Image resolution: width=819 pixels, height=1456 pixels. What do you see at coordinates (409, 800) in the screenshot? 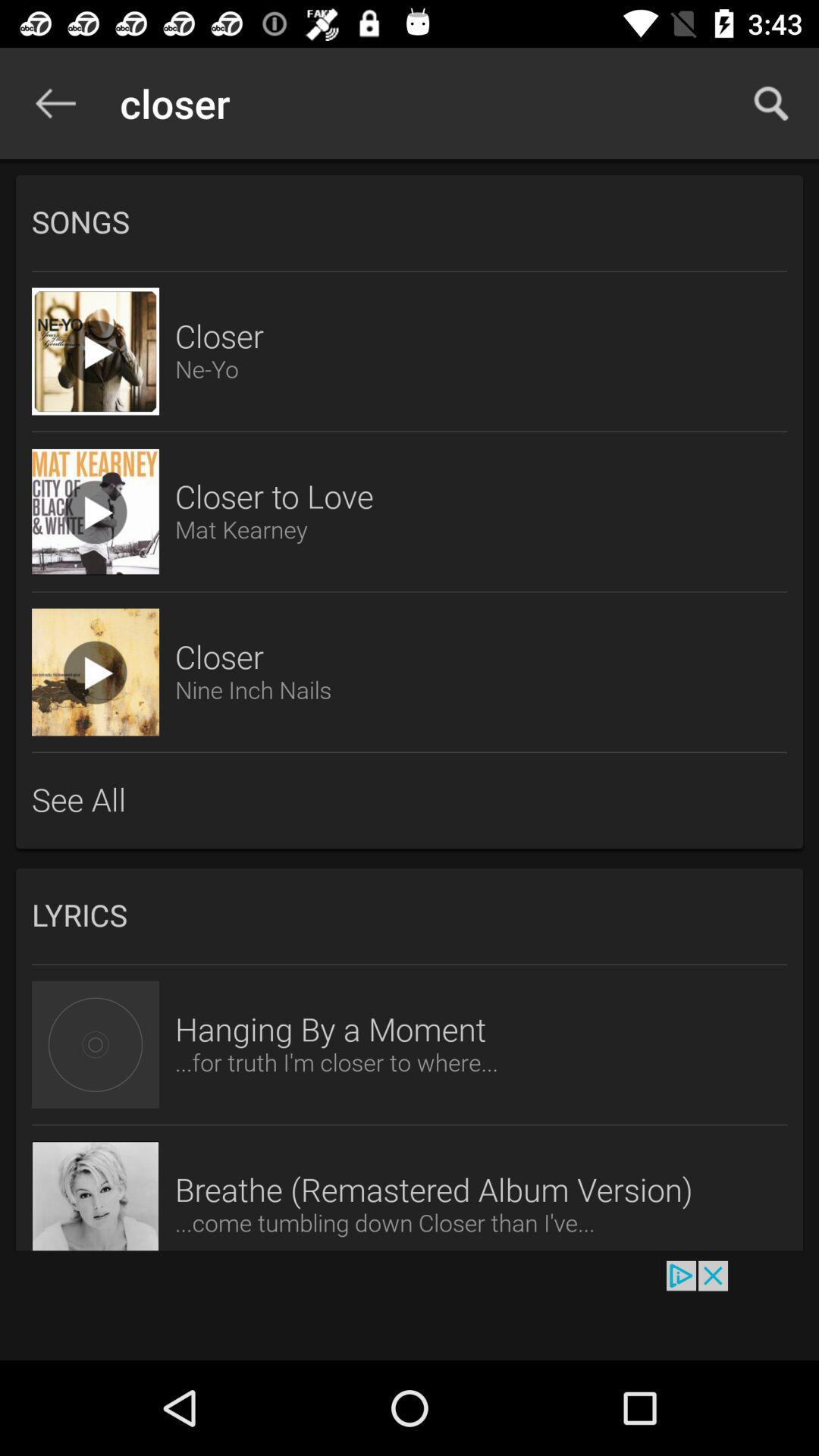
I see `see all` at bounding box center [409, 800].